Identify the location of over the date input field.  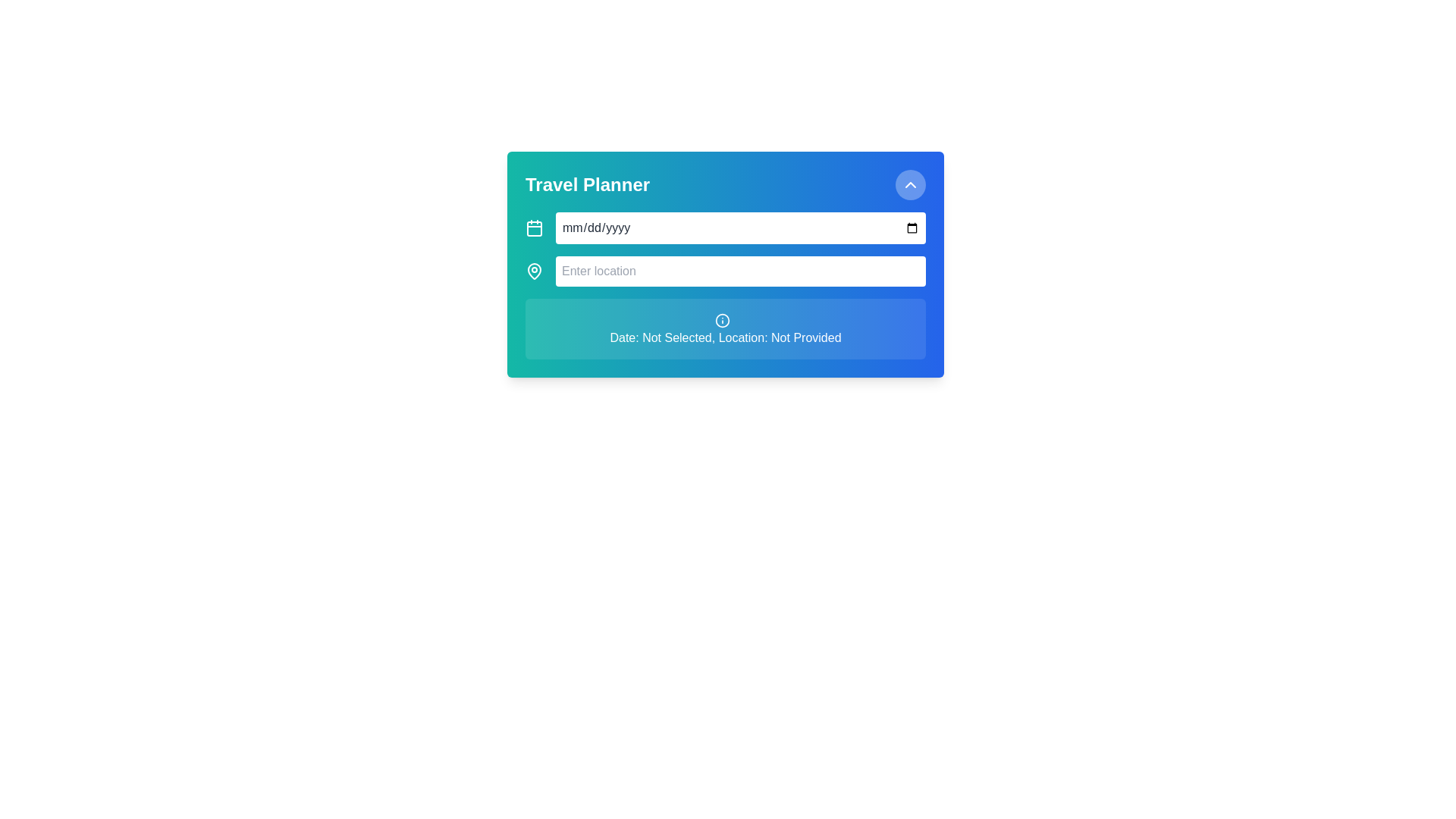
(741, 227).